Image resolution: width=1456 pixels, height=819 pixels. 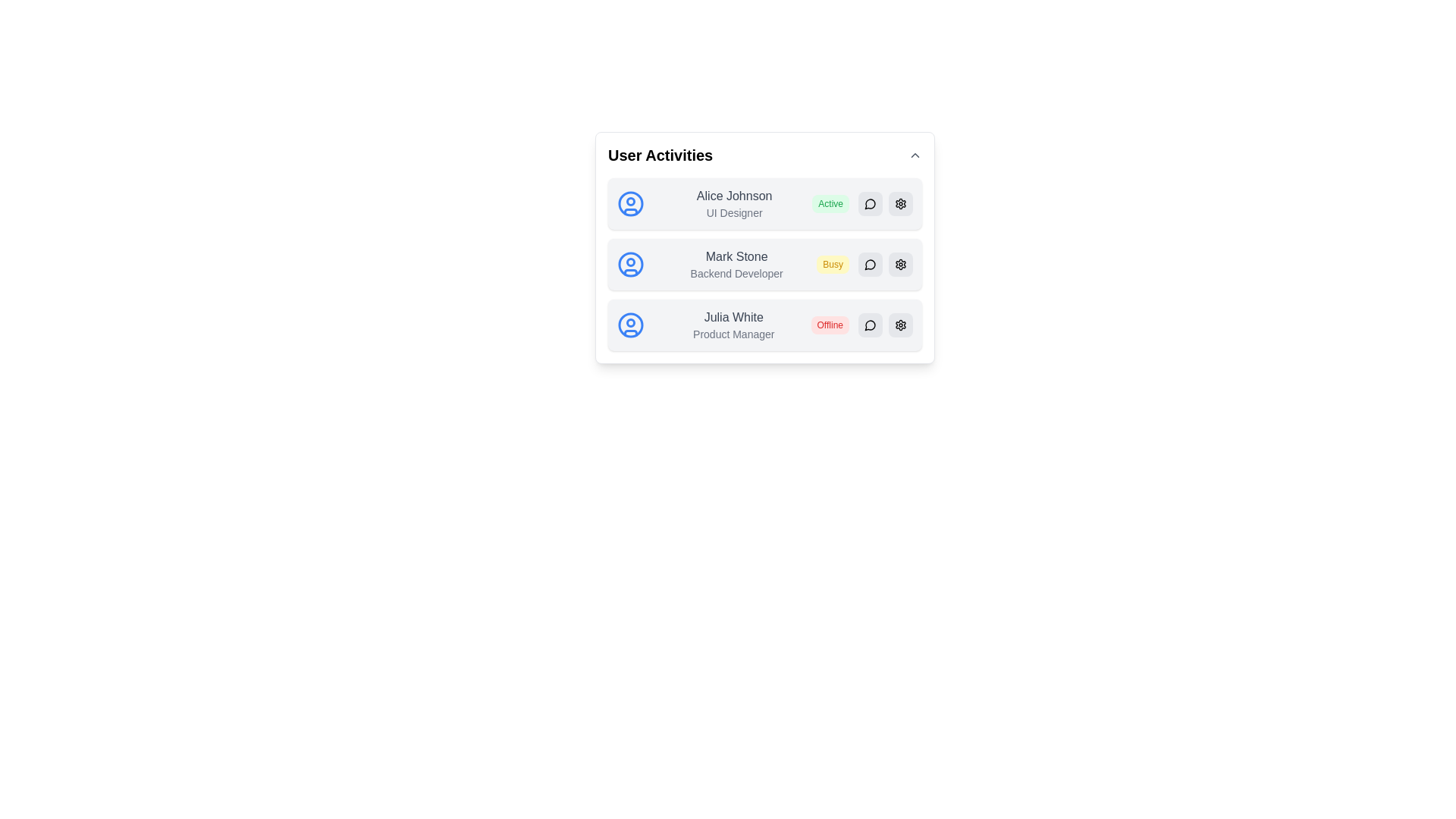 I want to click on the small rounded rectangular button with a gear icon inside, located on the right side of the second row in the 'User Activities' list for 'Mark Stone', to observe the hover effect, so click(x=901, y=263).